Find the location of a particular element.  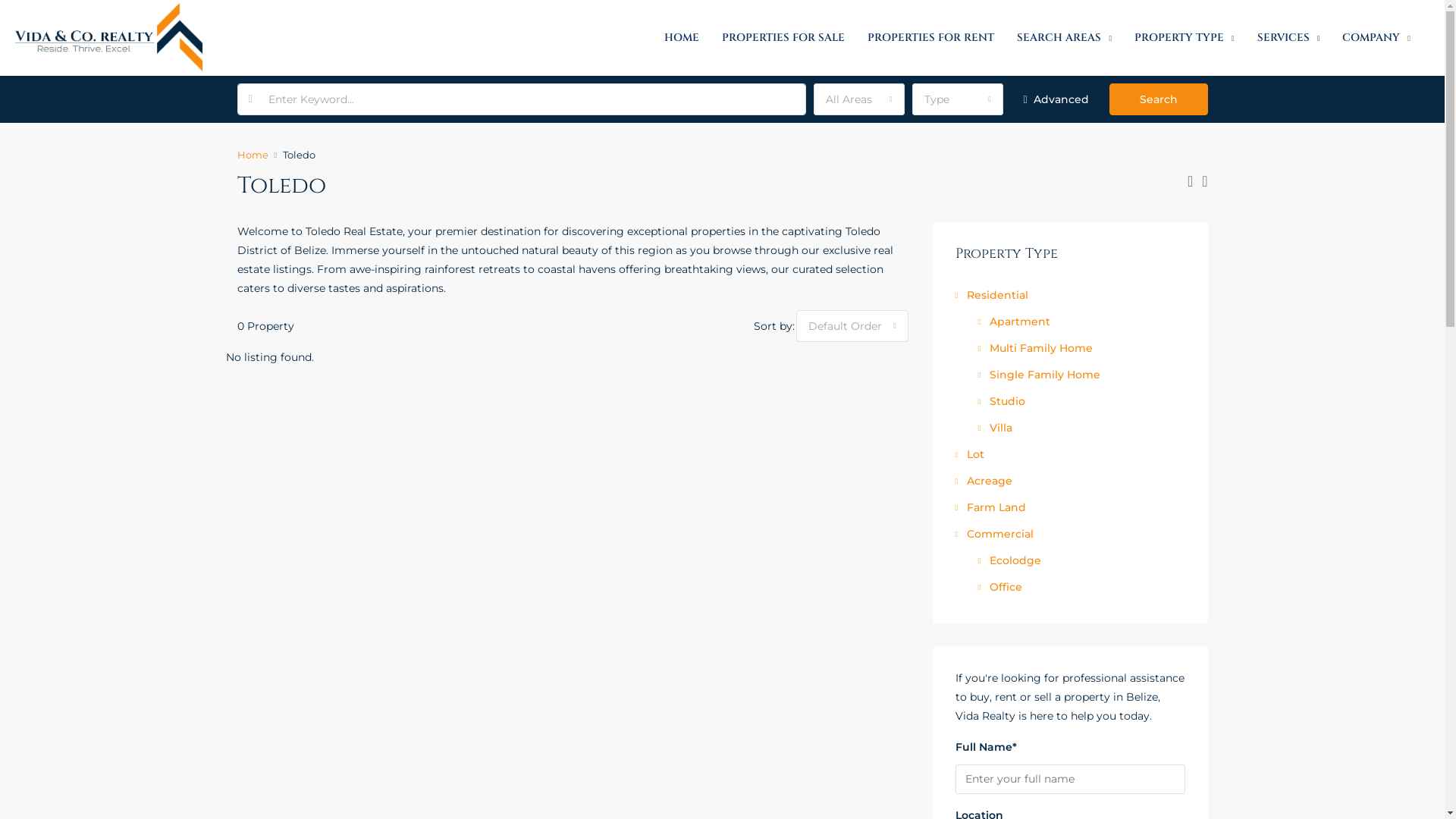

'Studio' is located at coordinates (1001, 400).